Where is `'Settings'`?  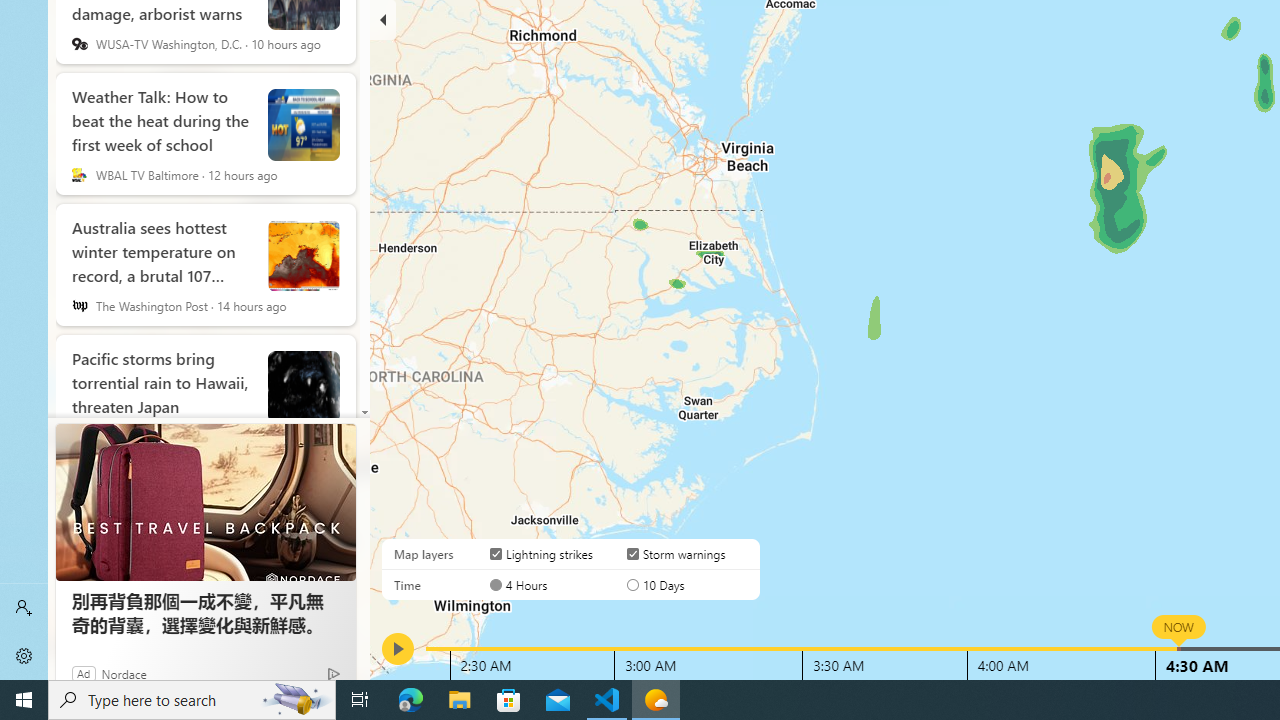
'Settings' is located at coordinates (24, 655).